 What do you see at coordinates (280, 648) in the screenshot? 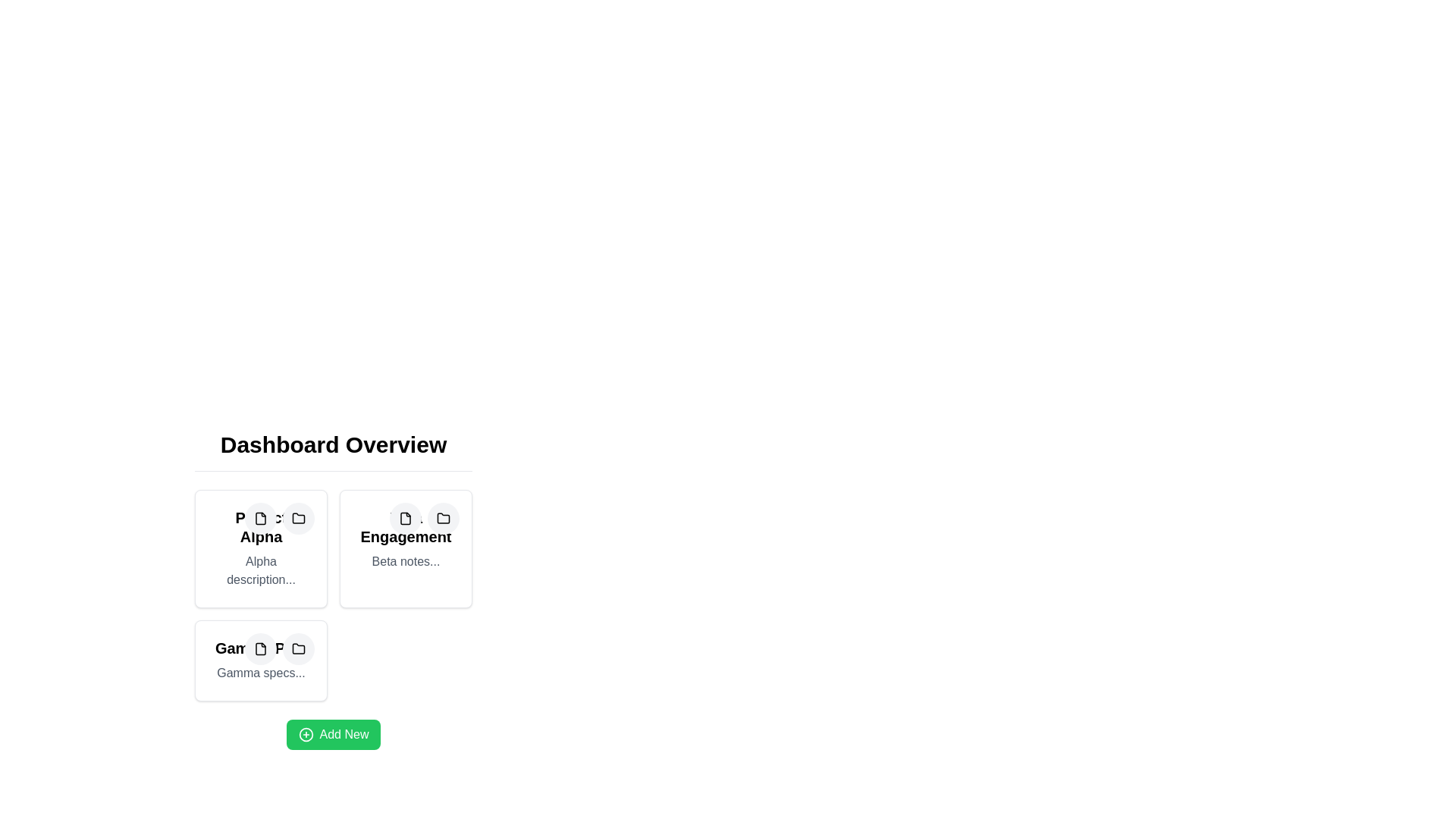
I see `the button group located in the top-right corner of the 'Gamma Plan' card, which contains icons for a document, a folder, and a central symbol` at bounding box center [280, 648].